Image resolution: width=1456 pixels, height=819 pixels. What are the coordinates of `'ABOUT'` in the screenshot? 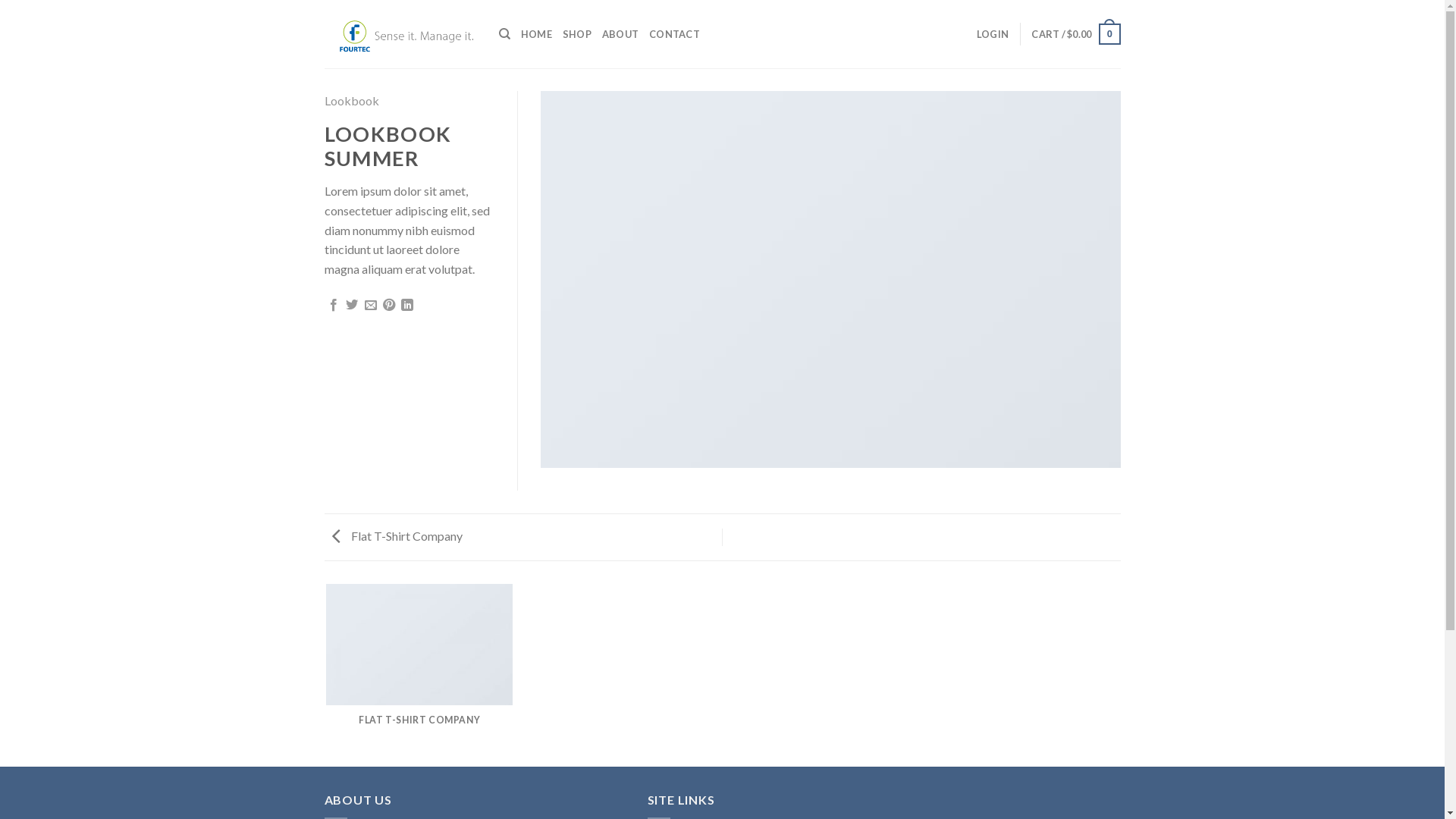 It's located at (620, 34).